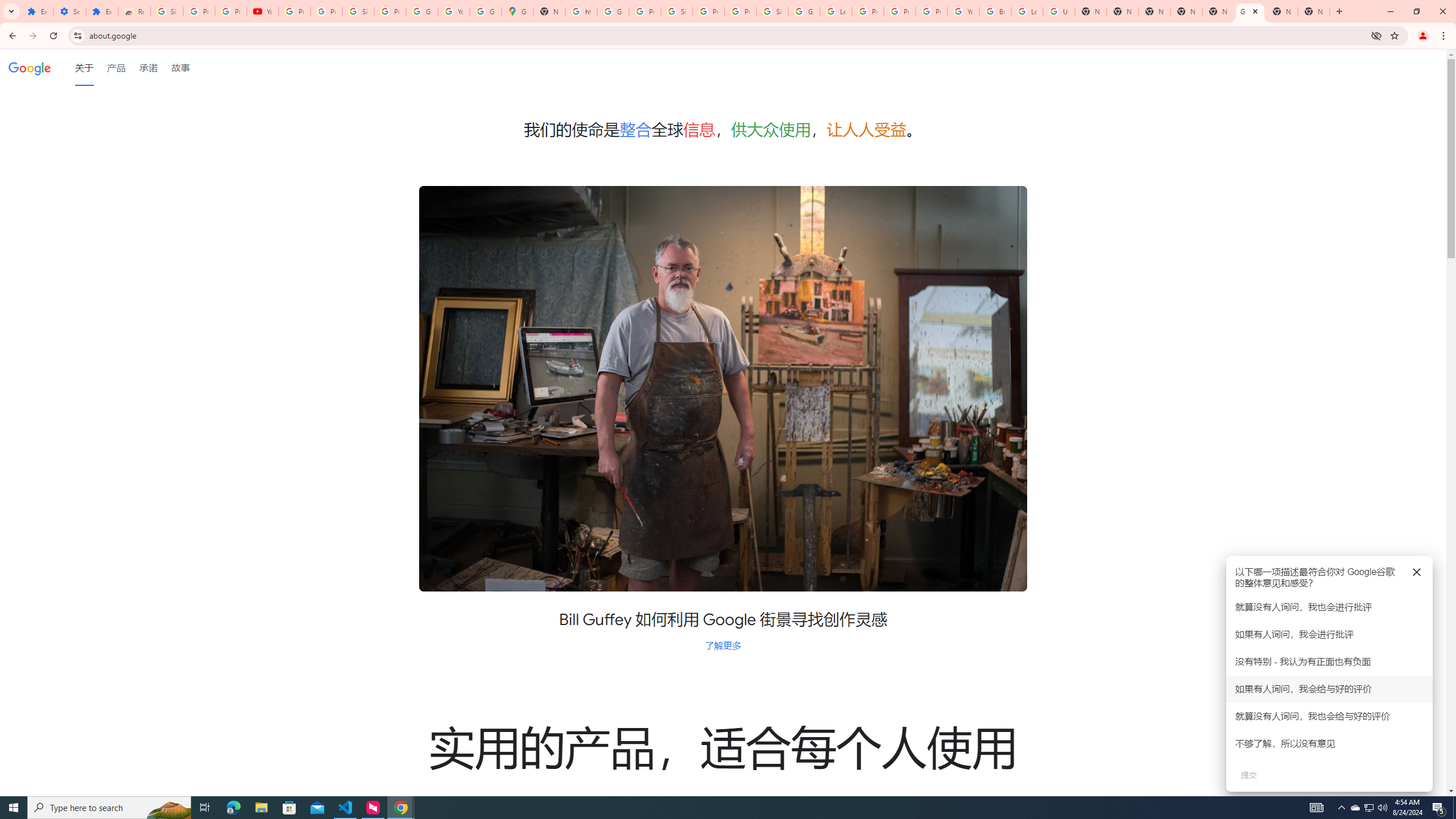  What do you see at coordinates (994, 11) in the screenshot?
I see `'Browse Chrome as a guest - Computer - Google Chrome Help'` at bounding box center [994, 11].